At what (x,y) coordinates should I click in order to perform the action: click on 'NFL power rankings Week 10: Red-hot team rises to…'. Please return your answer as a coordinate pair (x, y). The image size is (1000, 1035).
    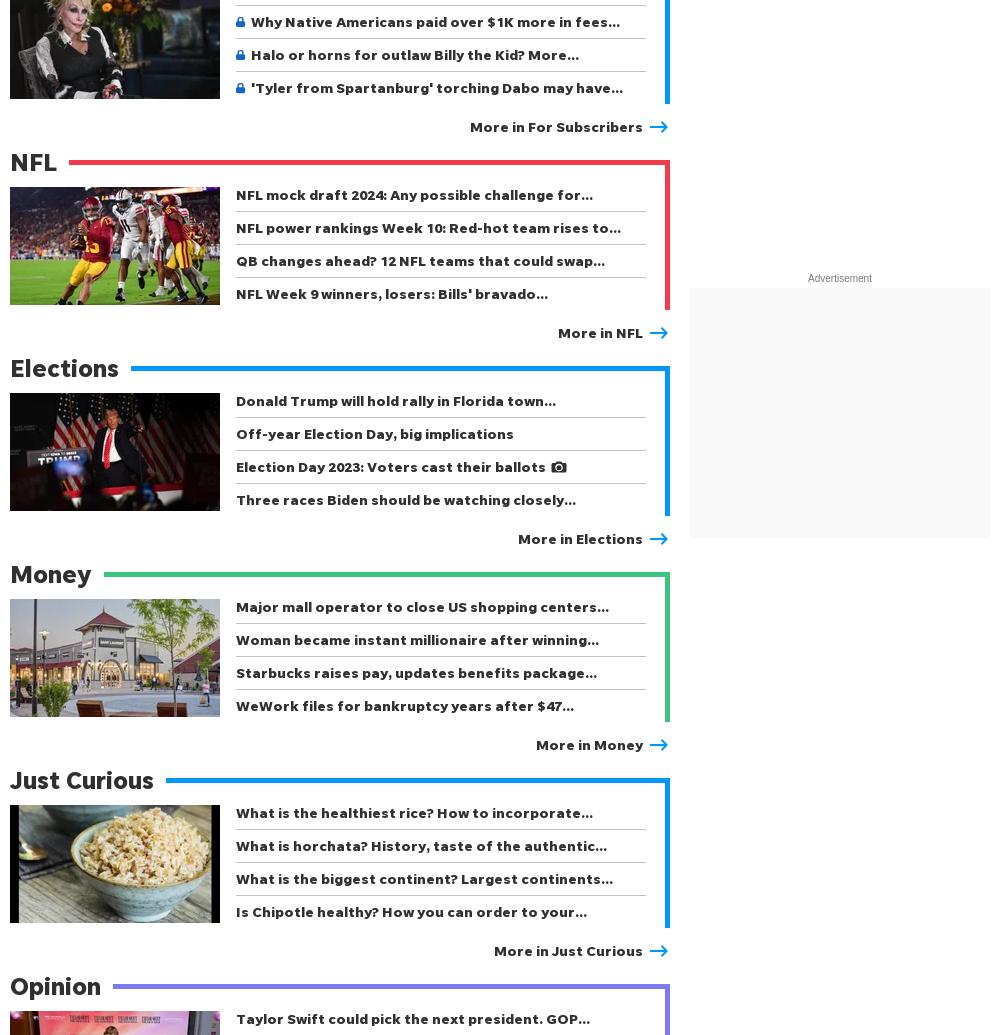
    Looking at the image, I should click on (428, 227).